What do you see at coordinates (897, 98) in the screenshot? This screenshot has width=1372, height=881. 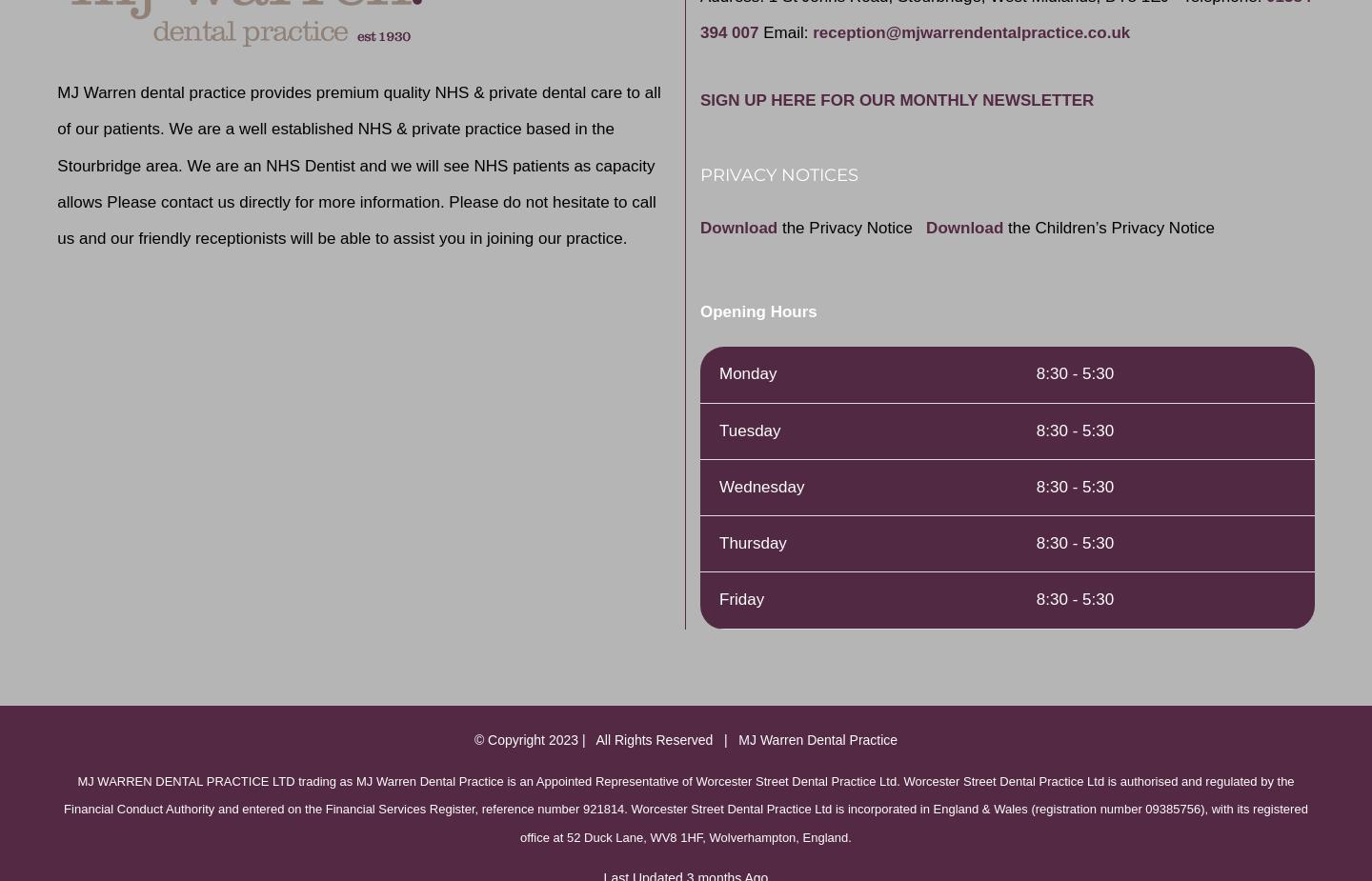 I see `'SIGN UP HERE FOR OUR MONTHLY NEWSLETTER'` at bounding box center [897, 98].